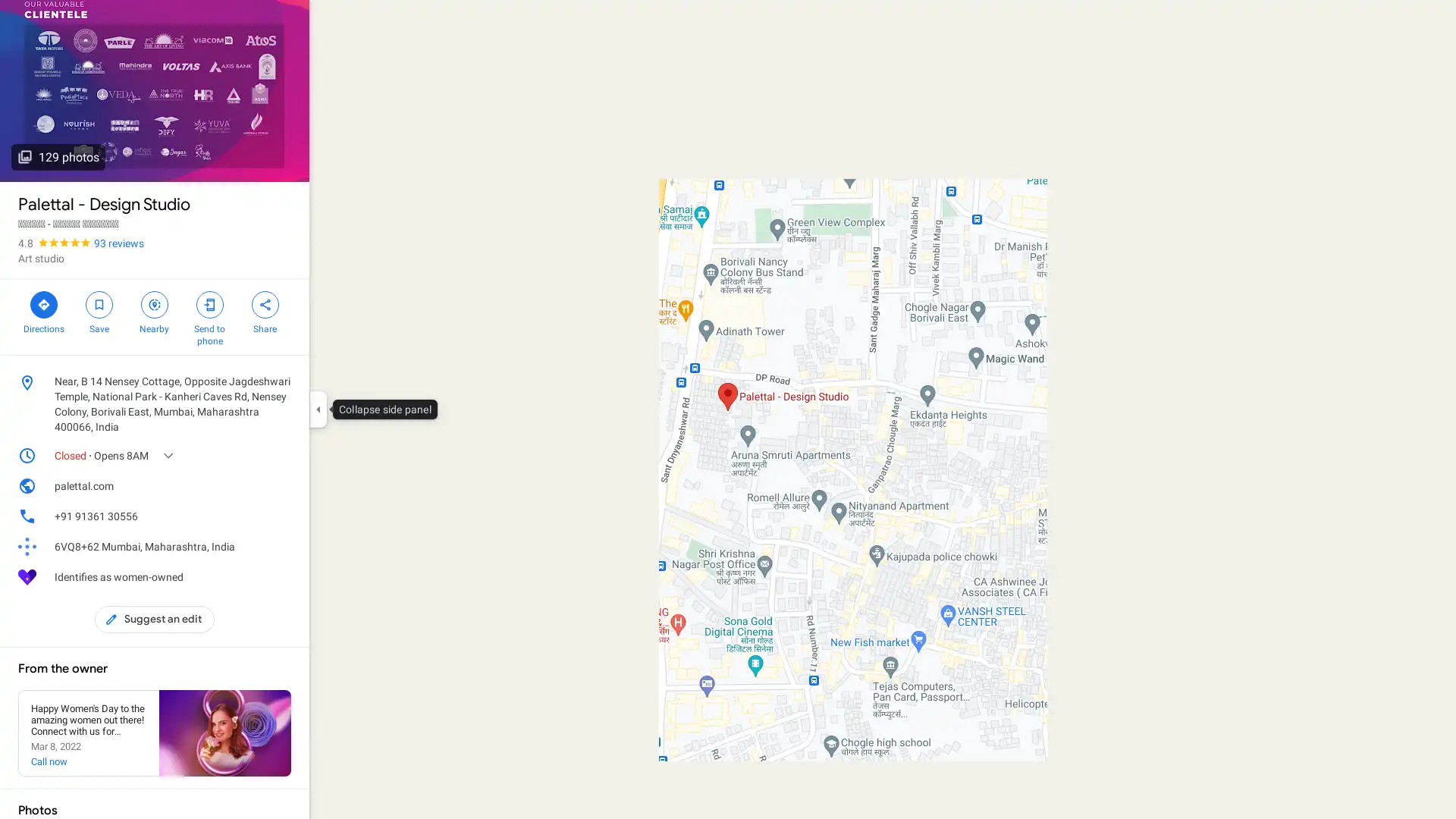 The height and width of the screenshot is (819, 1456). I want to click on Copy plus code, so click(261, 547).